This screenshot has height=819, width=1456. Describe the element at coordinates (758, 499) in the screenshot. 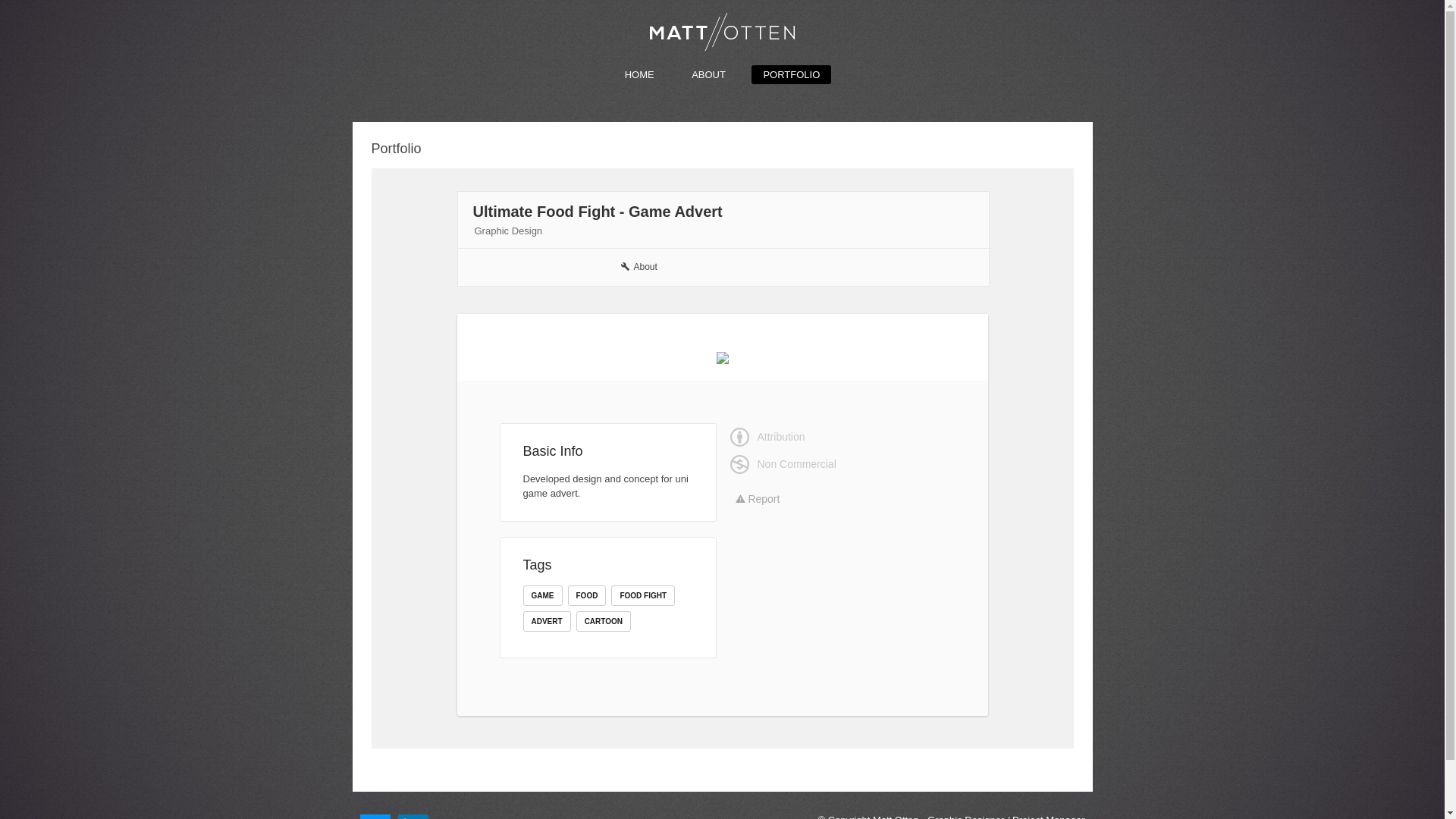

I see `'Report'` at that location.